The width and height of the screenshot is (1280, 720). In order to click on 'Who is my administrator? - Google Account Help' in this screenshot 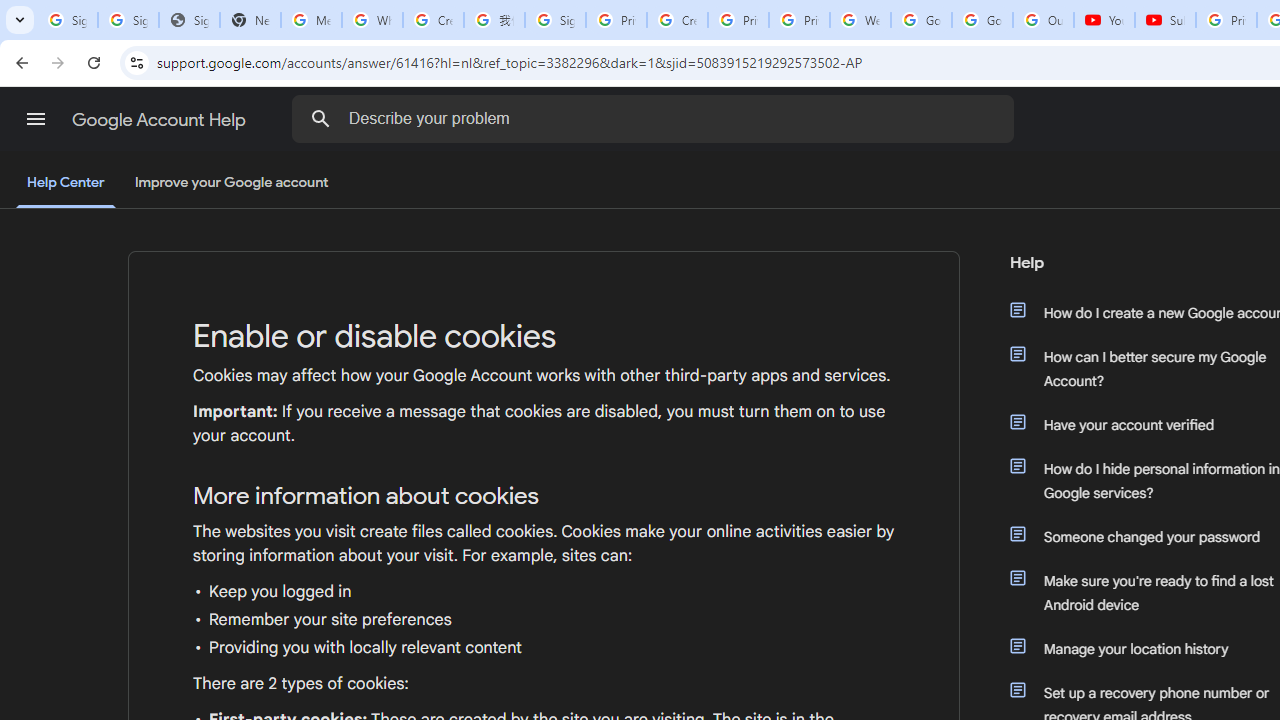, I will do `click(372, 20)`.